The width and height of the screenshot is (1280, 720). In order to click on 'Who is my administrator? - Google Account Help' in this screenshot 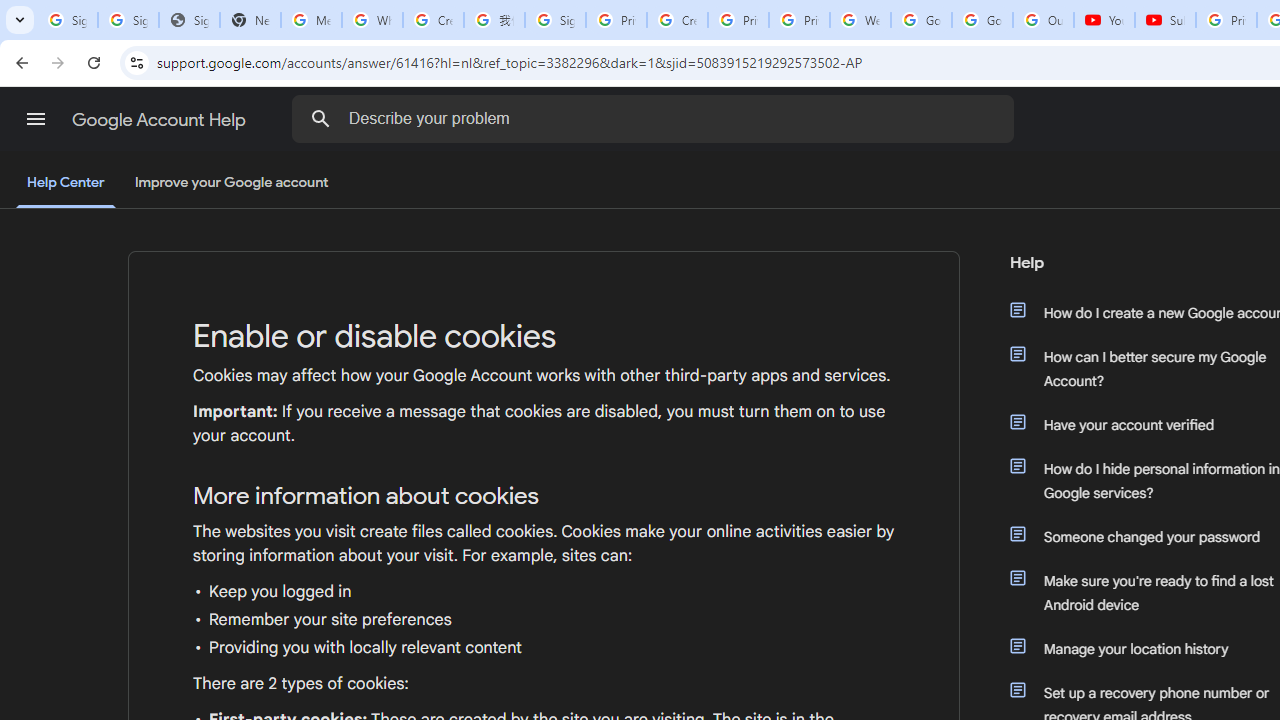, I will do `click(372, 20)`.